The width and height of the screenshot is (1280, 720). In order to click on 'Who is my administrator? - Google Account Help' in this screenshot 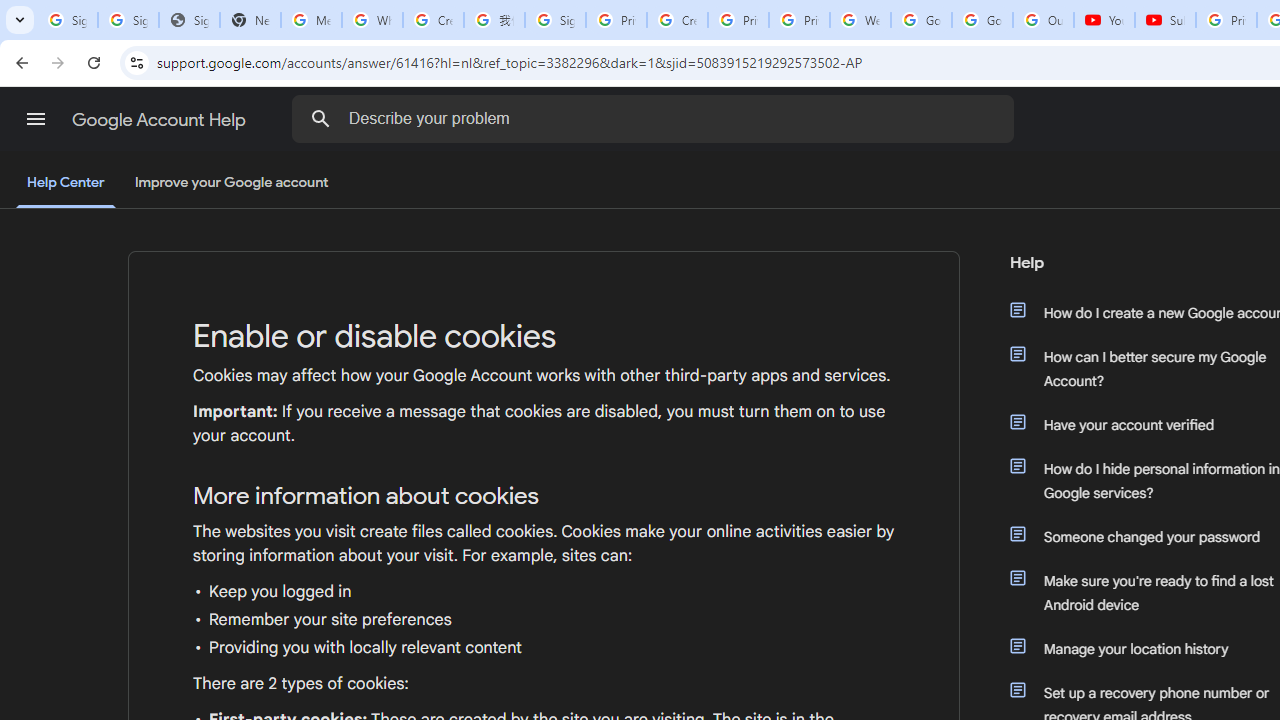, I will do `click(372, 20)`.